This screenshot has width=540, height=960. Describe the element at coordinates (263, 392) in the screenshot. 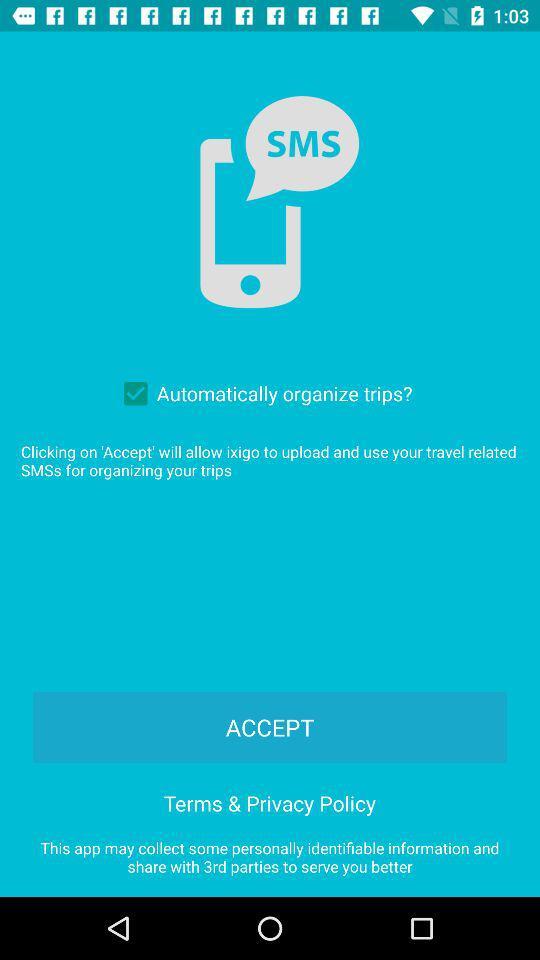

I see `item above the clicking on accept item` at that location.